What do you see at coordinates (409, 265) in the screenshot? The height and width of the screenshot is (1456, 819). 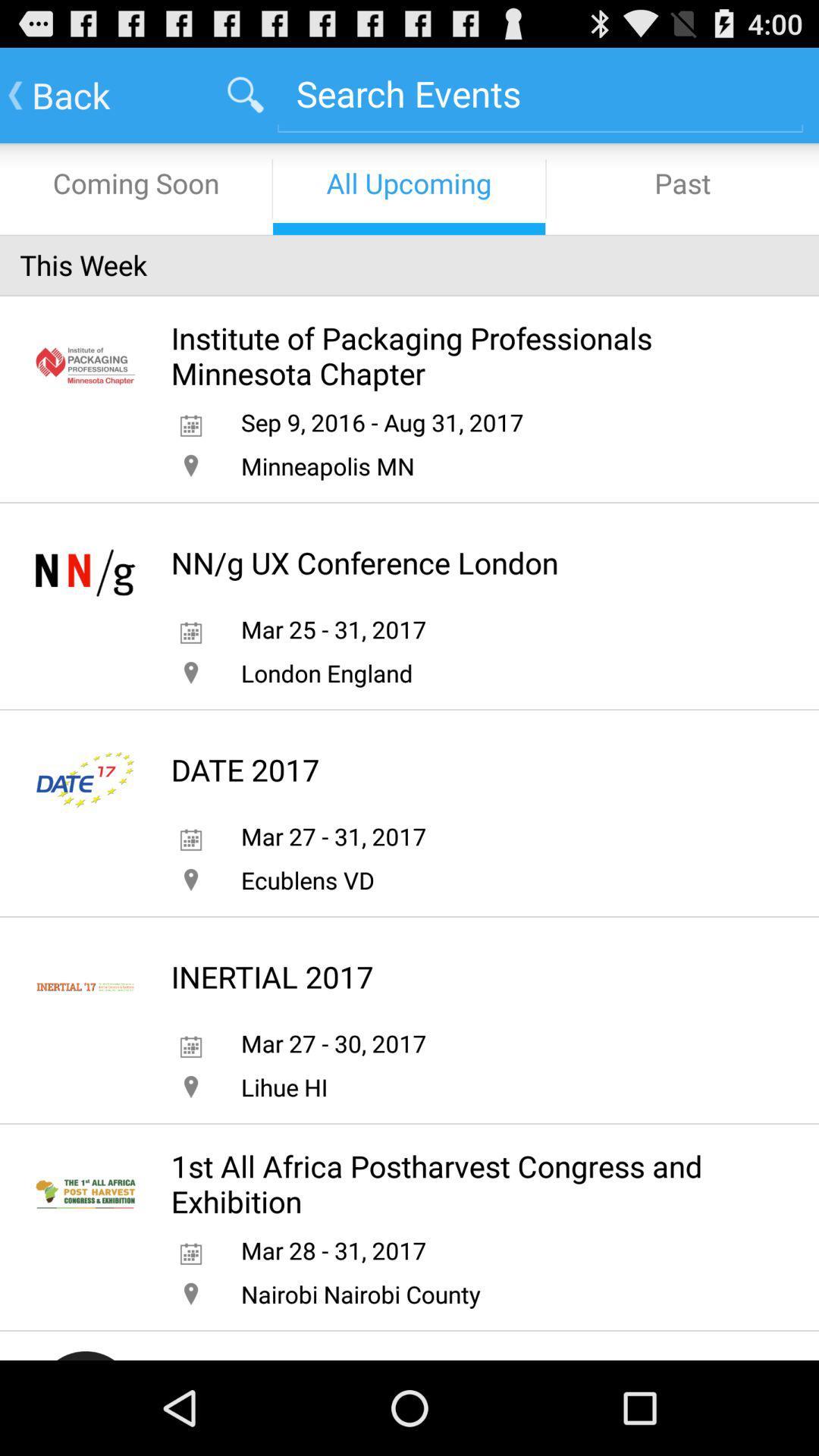 I see `the this week item` at bounding box center [409, 265].